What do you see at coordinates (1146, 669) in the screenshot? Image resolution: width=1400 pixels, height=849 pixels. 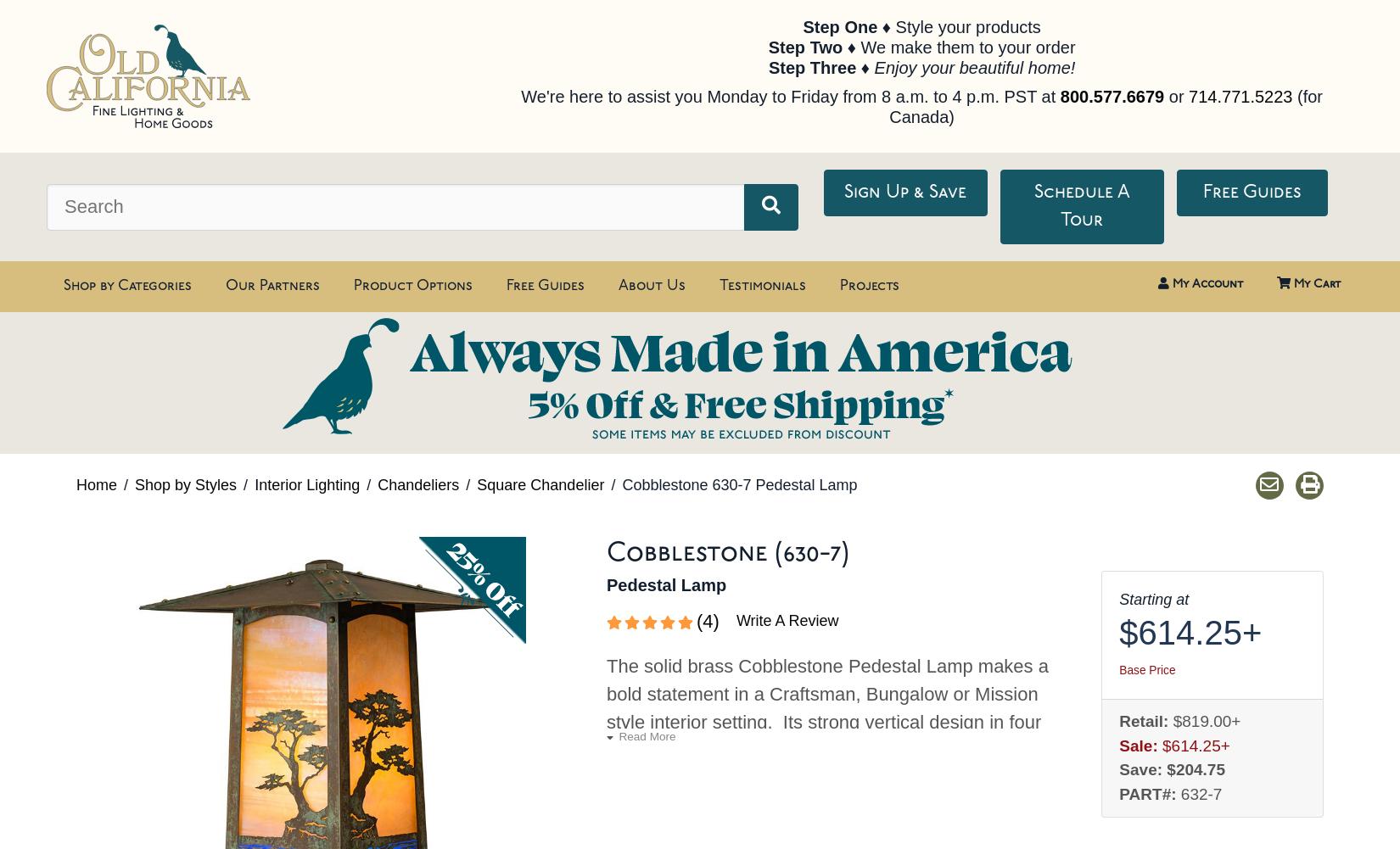 I see `'Base Price'` at bounding box center [1146, 669].